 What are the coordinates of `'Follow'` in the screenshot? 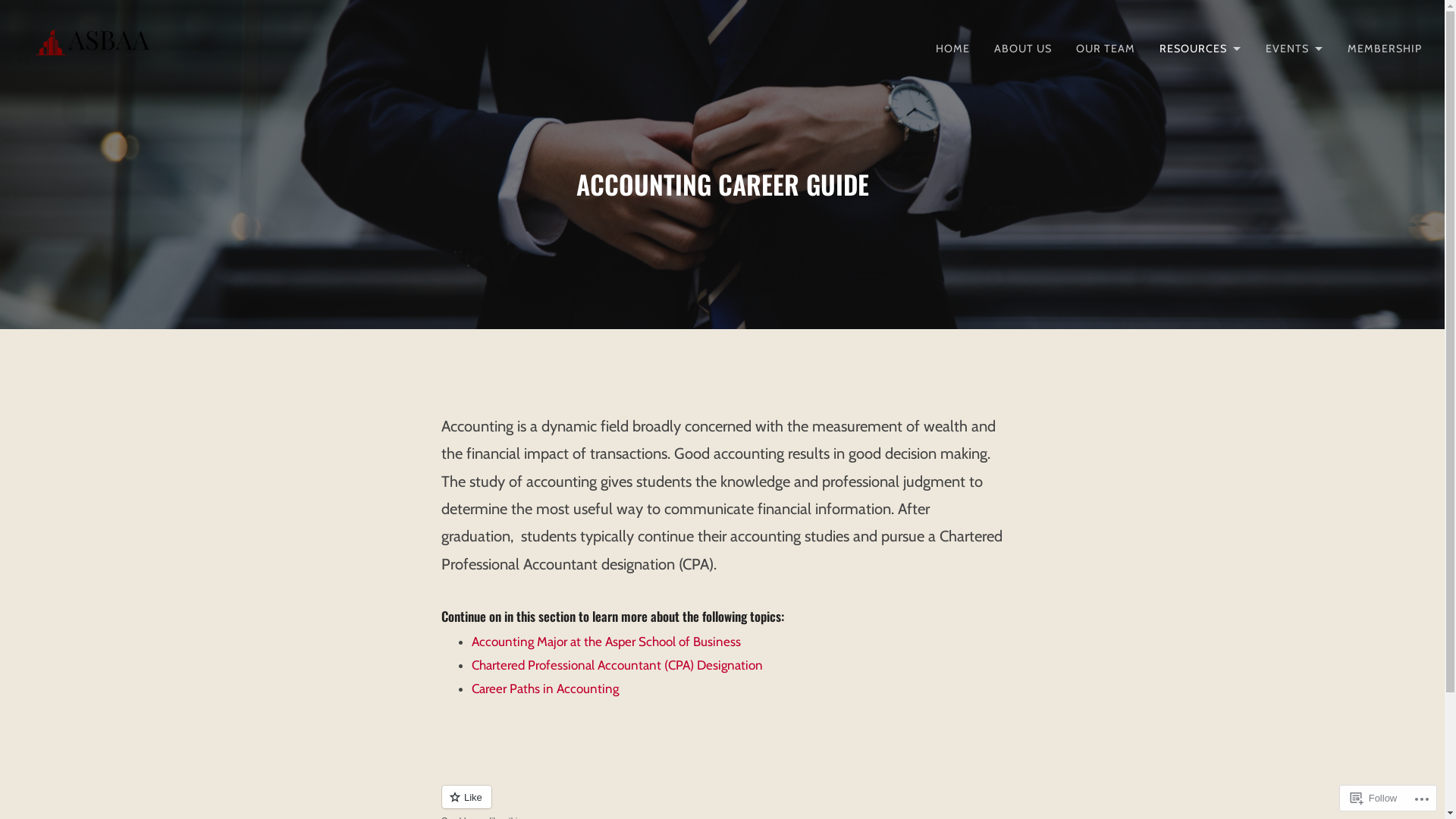 It's located at (1374, 797).